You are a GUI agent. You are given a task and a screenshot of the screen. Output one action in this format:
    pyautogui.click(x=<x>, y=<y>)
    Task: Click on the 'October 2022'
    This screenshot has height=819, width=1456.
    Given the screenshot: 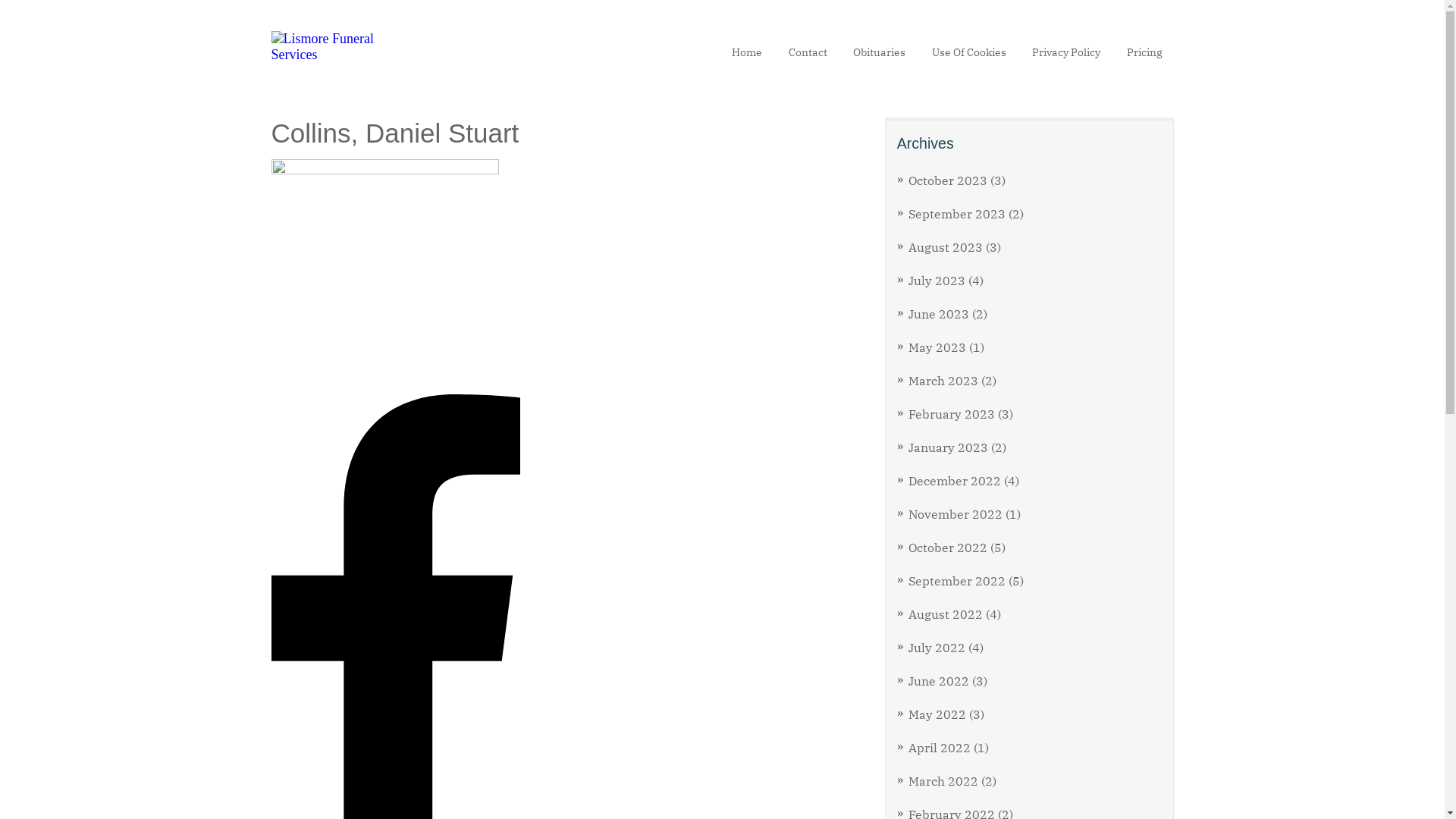 What is the action you would take?
    pyautogui.click(x=946, y=547)
    